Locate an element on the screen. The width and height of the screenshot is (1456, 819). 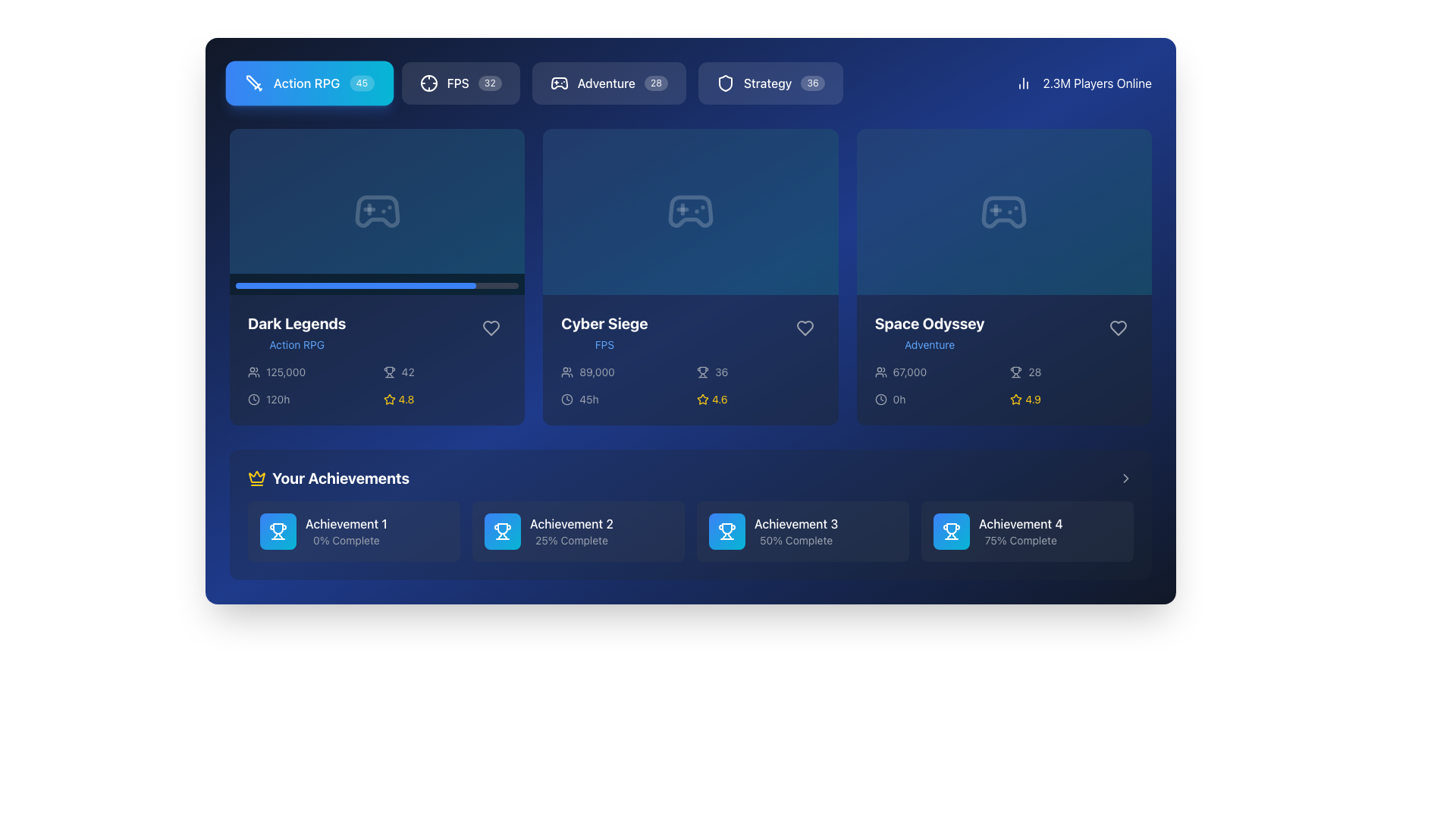
the yellow star icon indicator located at the lower middle-right of the 'Dark Legends' card is located at coordinates (389, 398).